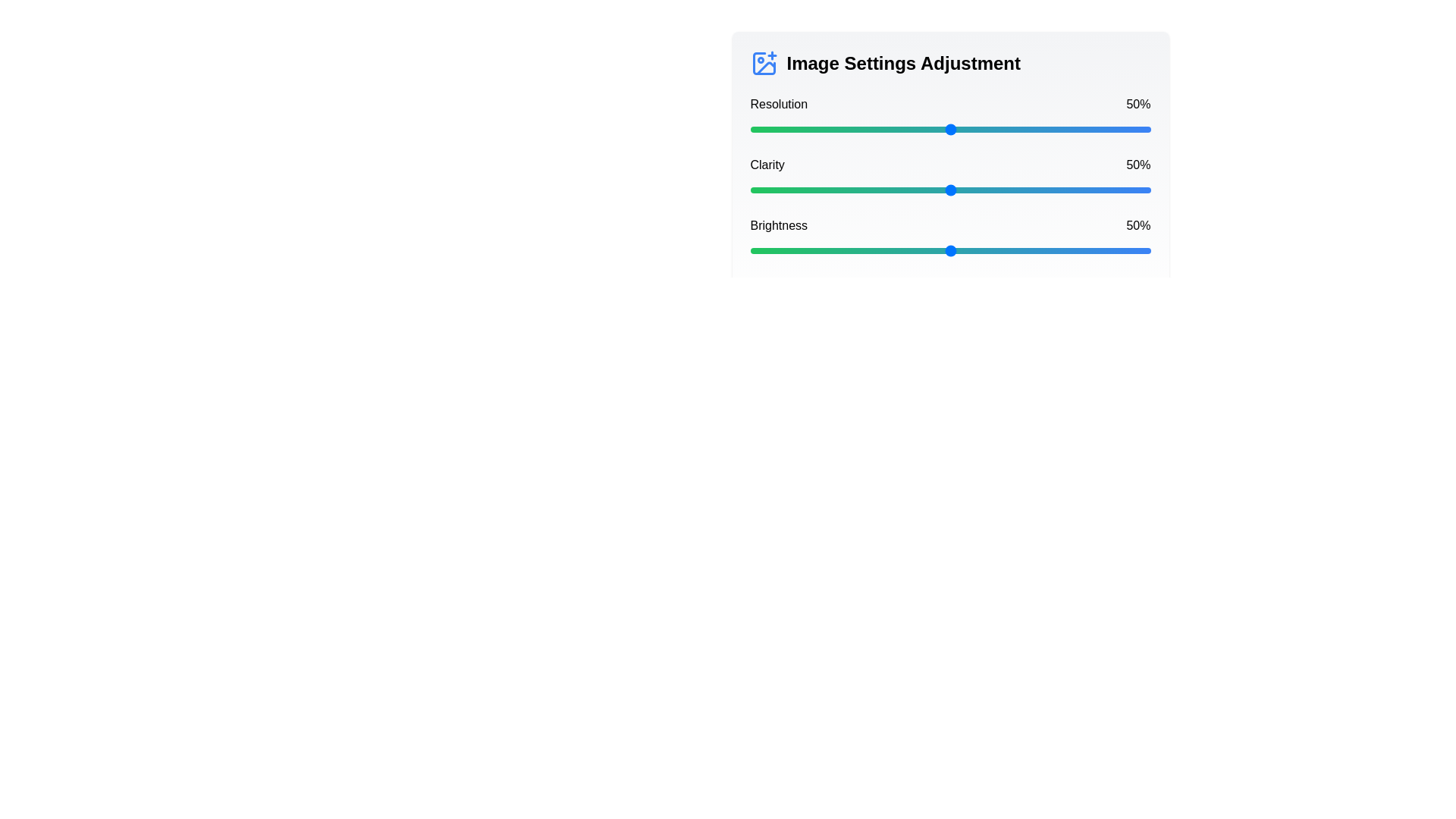  What do you see at coordinates (925, 128) in the screenshot?
I see `the resolution slider to 44%` at bounding box center [925, 128].